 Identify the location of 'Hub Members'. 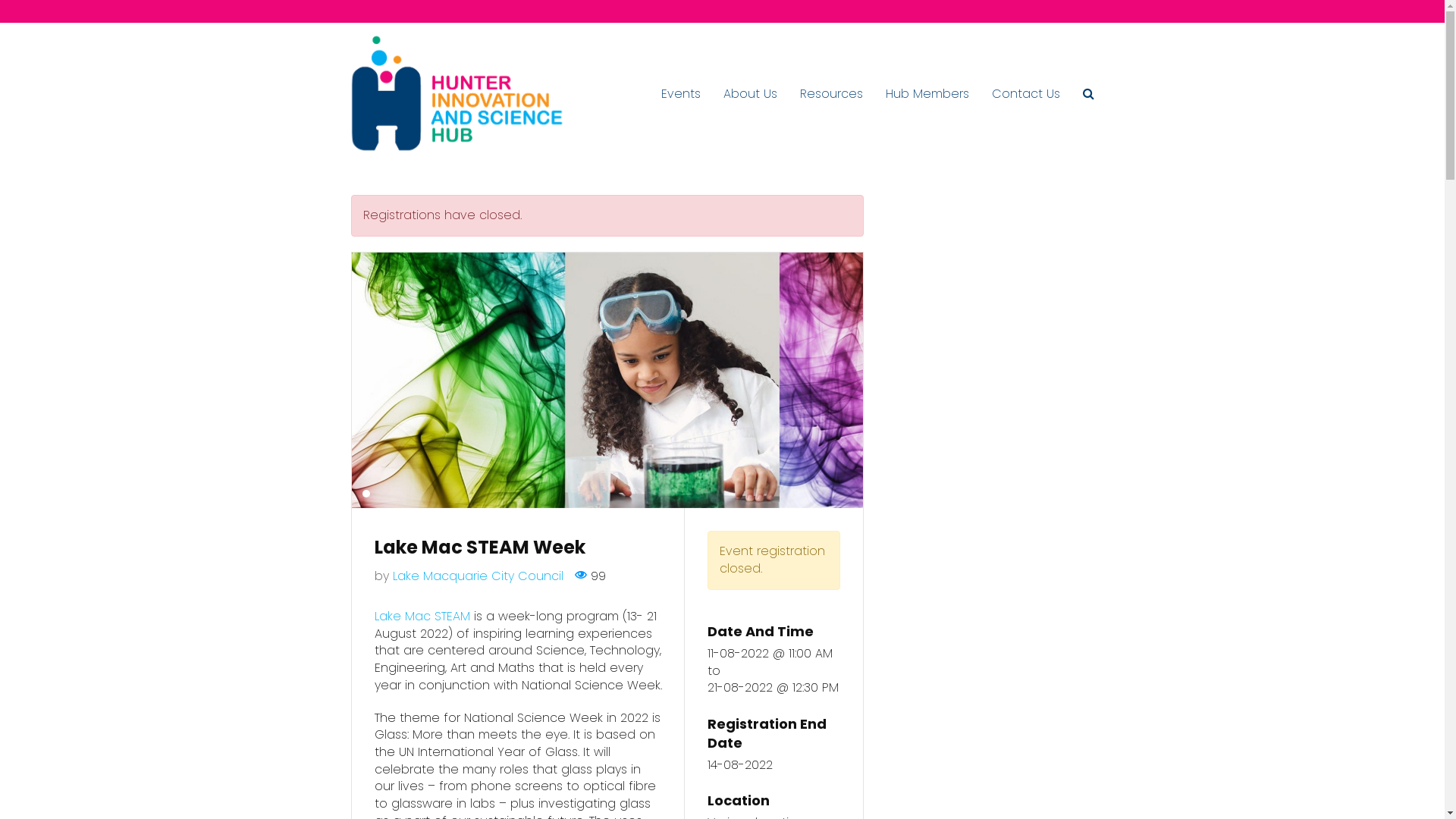
(926, 93).